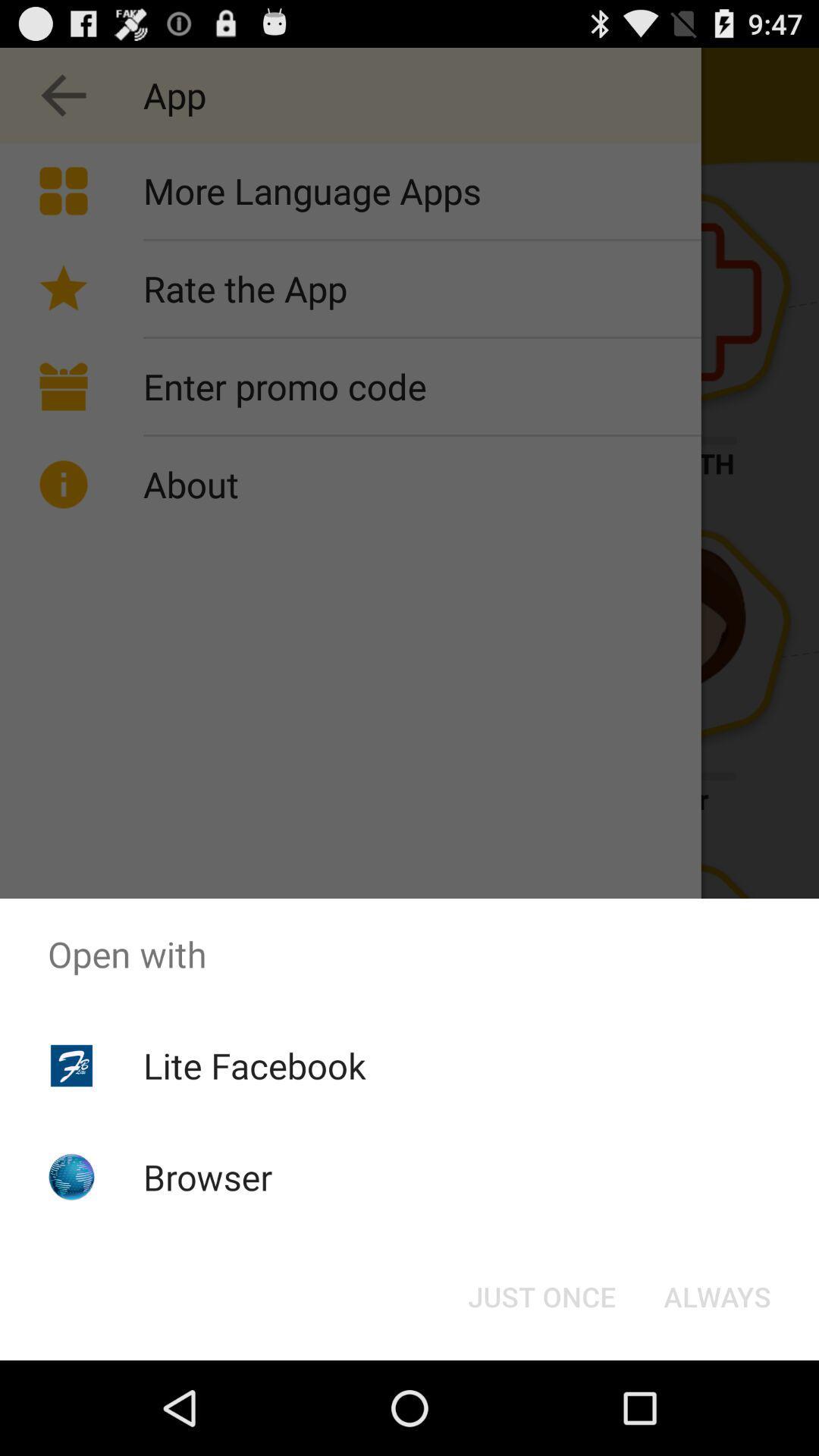 This screenshot has height=1456, width=819. What do you see at coordinates (208, 1176) in the screenshot?
I see `the browser icon` at bounding box center [208, 1176].